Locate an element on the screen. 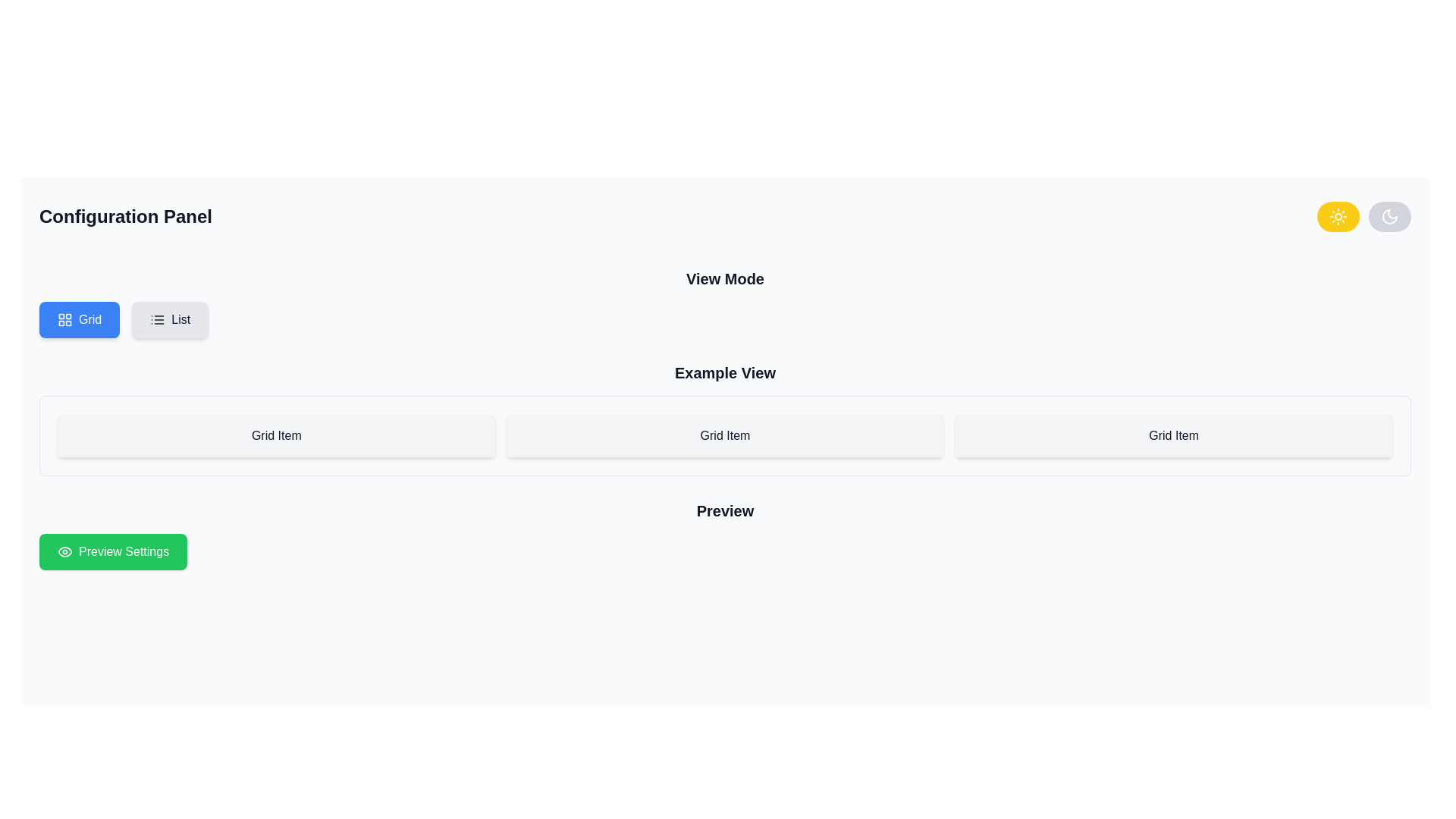  the second button in the horizontal group of two buttons, located next to the blue 'Grid' button is located at coordinates (170, 318).